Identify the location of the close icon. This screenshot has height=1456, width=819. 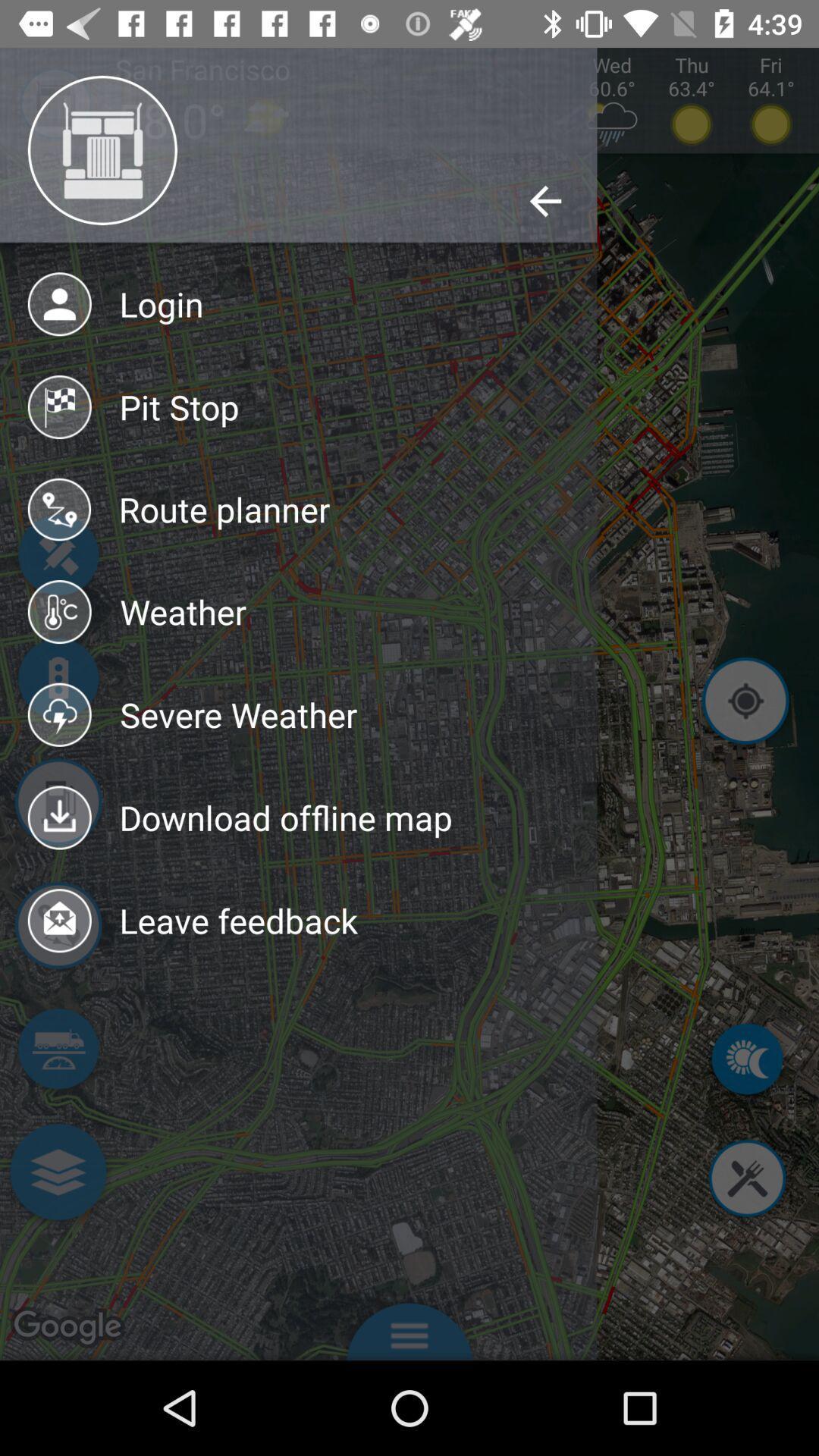
(746, 1180).